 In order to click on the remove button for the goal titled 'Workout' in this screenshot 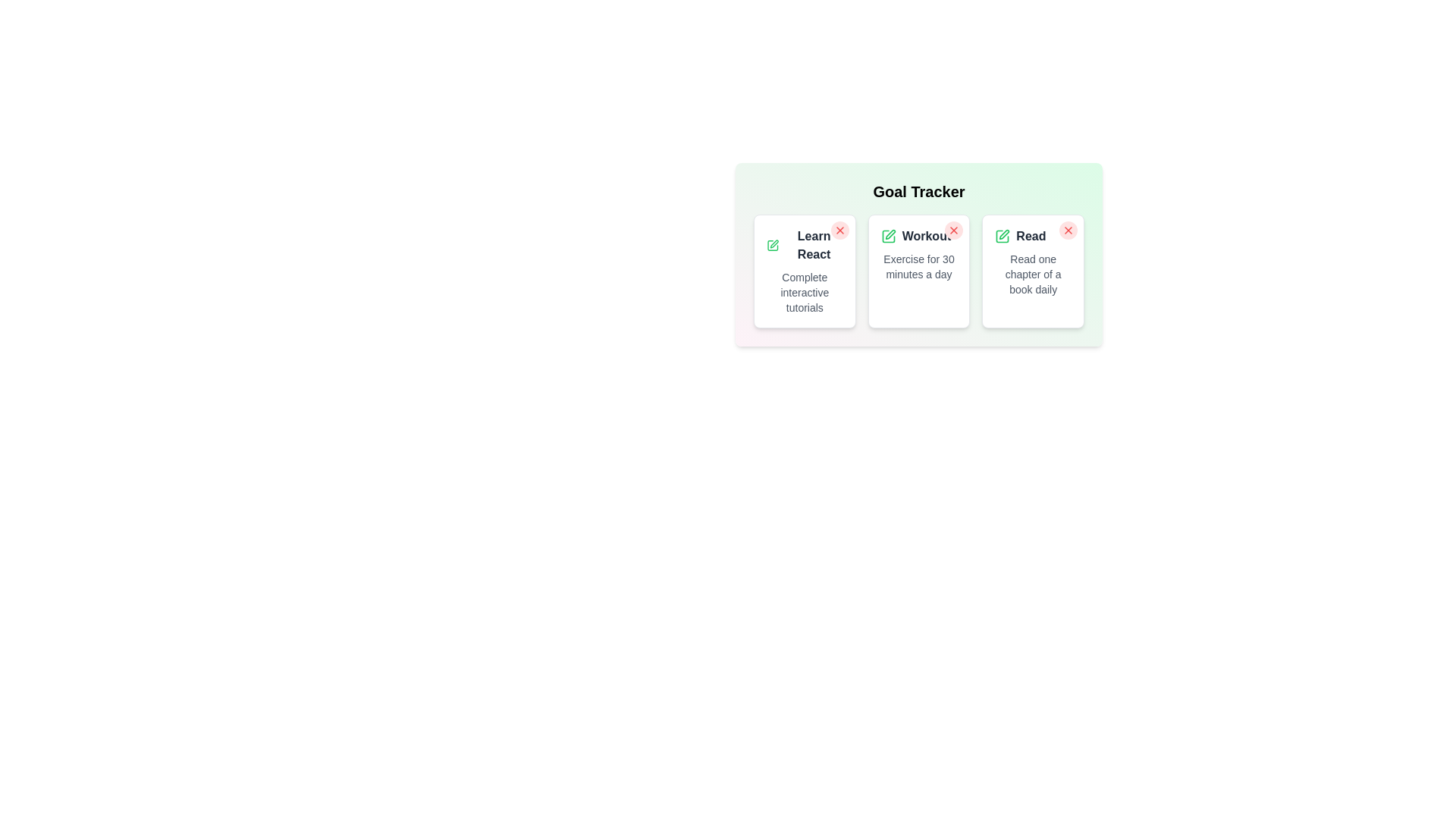, I will do `click(953, 231)`.